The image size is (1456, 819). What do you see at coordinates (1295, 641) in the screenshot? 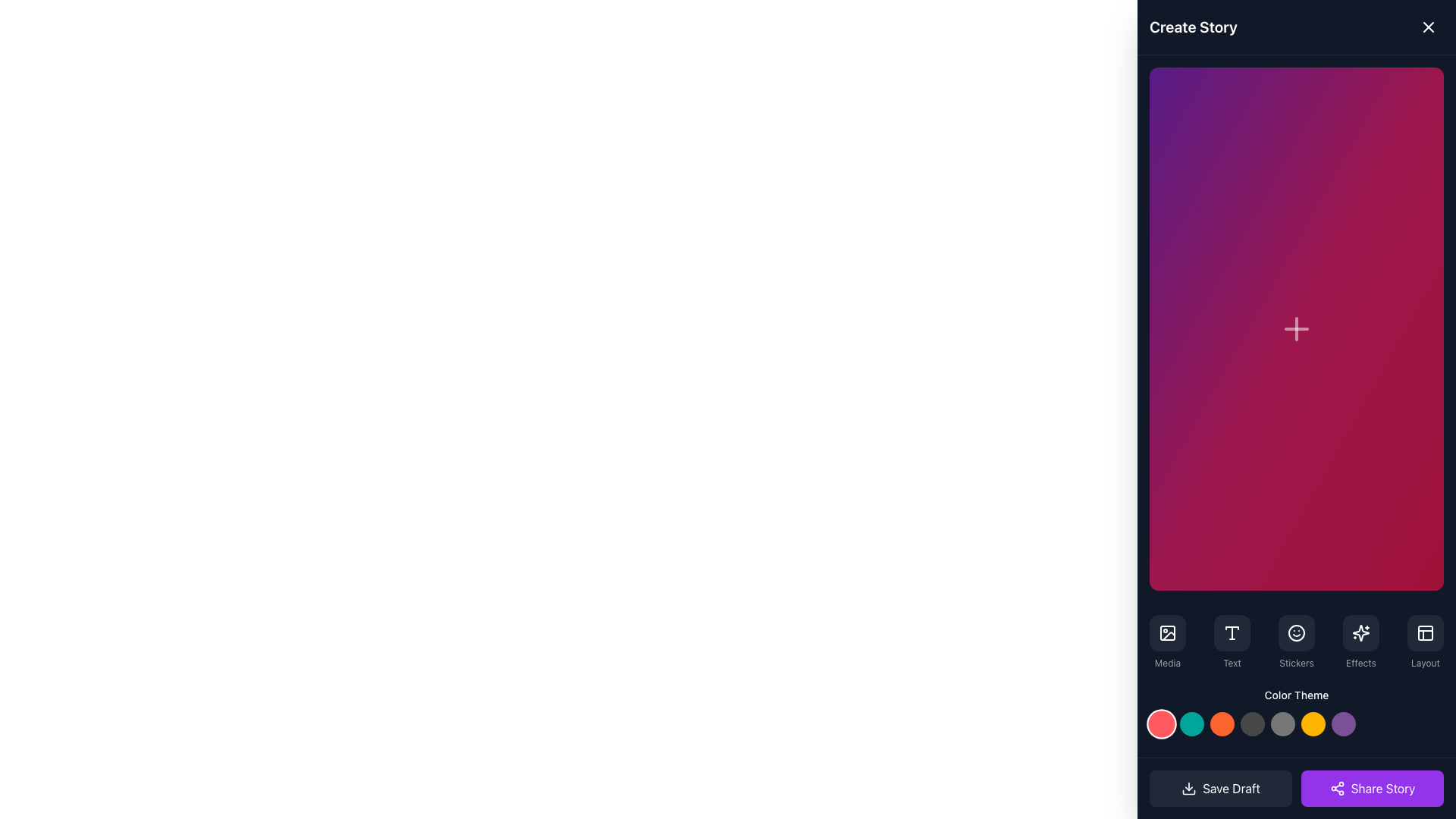
I see `the 'Stickers' button, which features a smiley face icon and is the third button in a series of five at the bottom of the sidebar` at bounding box center [1295, 641].